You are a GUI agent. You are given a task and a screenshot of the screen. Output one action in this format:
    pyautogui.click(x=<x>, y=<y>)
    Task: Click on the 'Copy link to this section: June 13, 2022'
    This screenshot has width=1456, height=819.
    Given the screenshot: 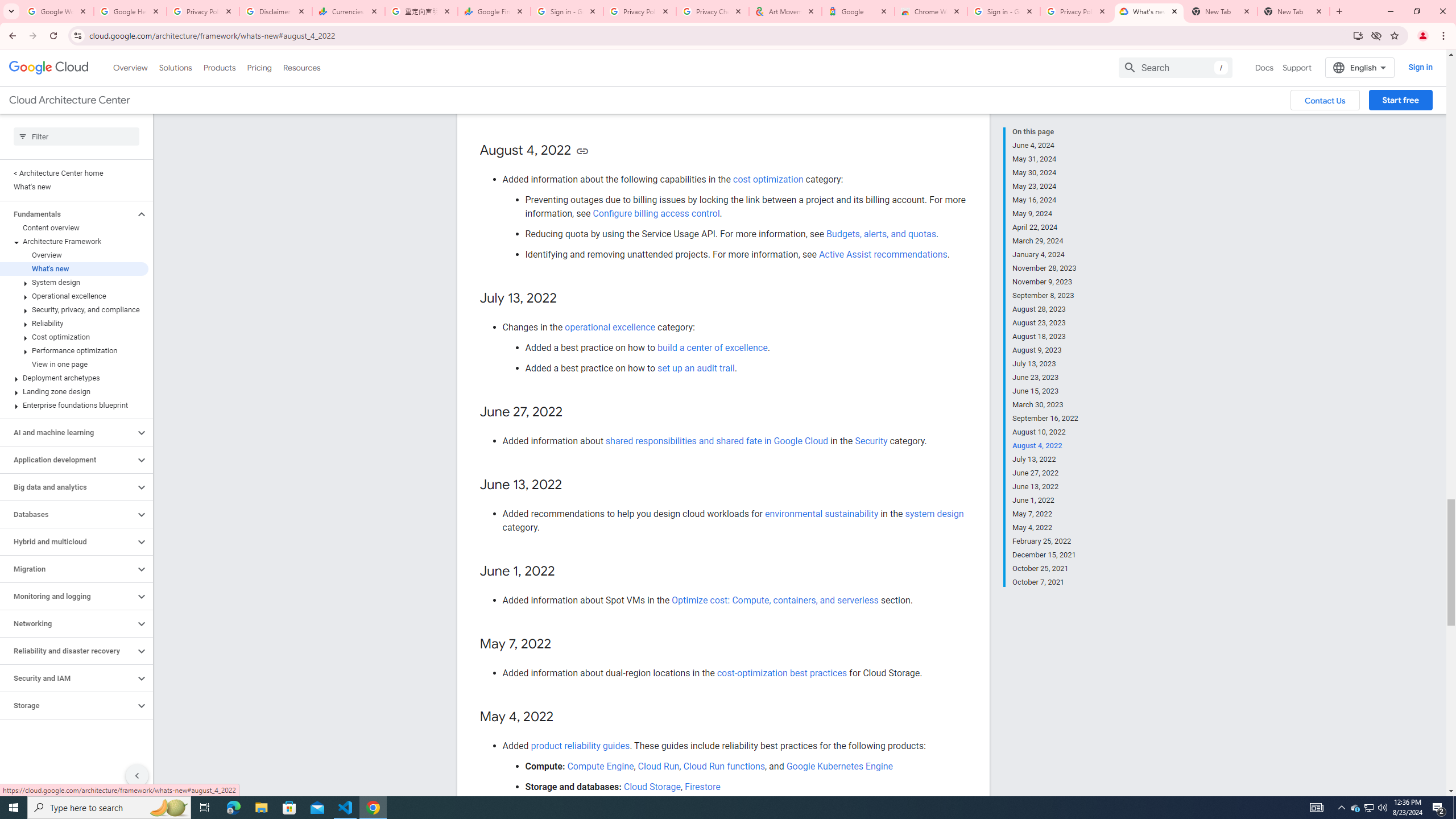 What is the action you would take?
    pyautogui.click(x=573, y=485)
    